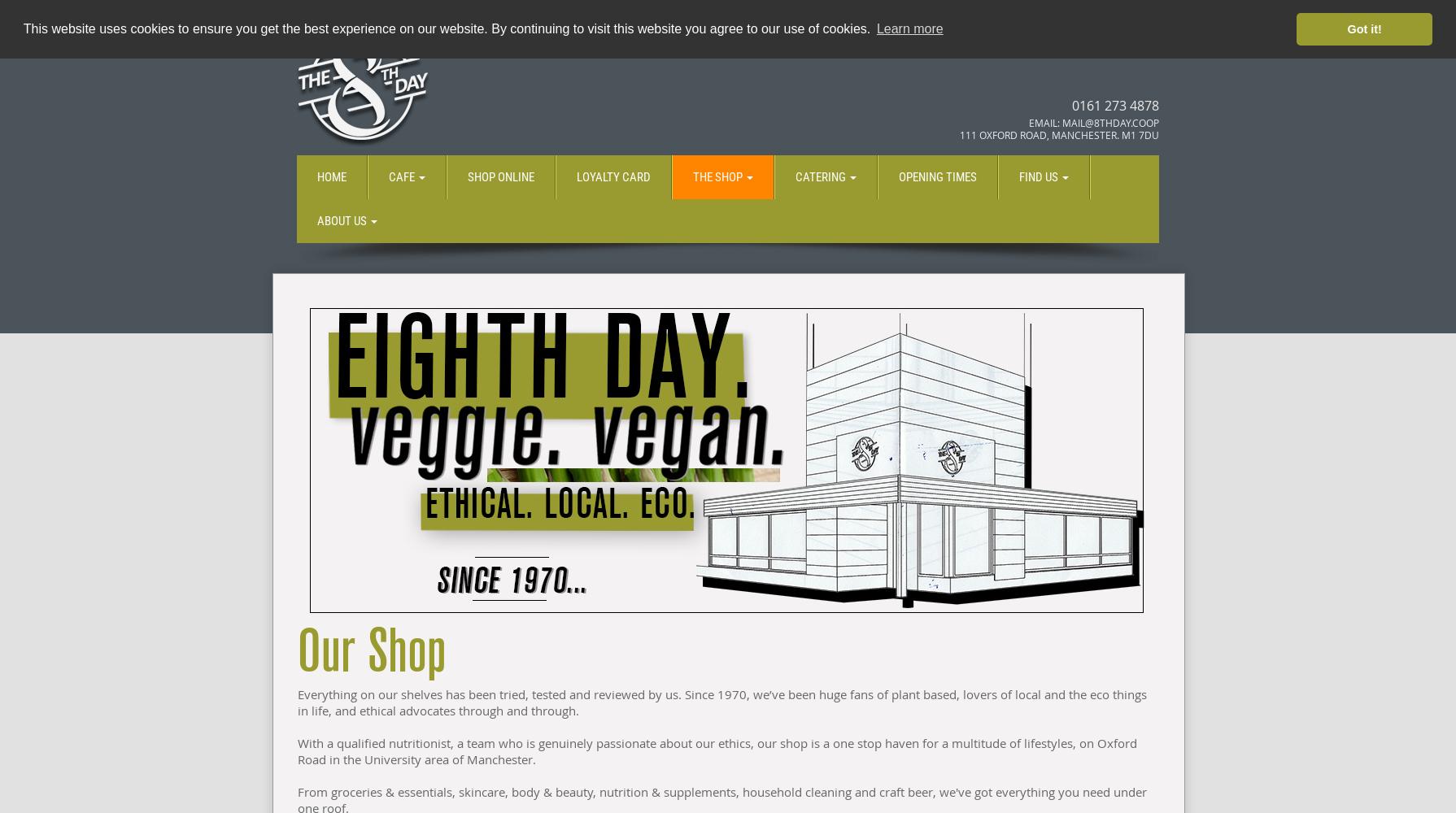  What do you see at coordinates (331, 176) in the screenshot?
I see `'Home'` at bounding box center [331, 176].